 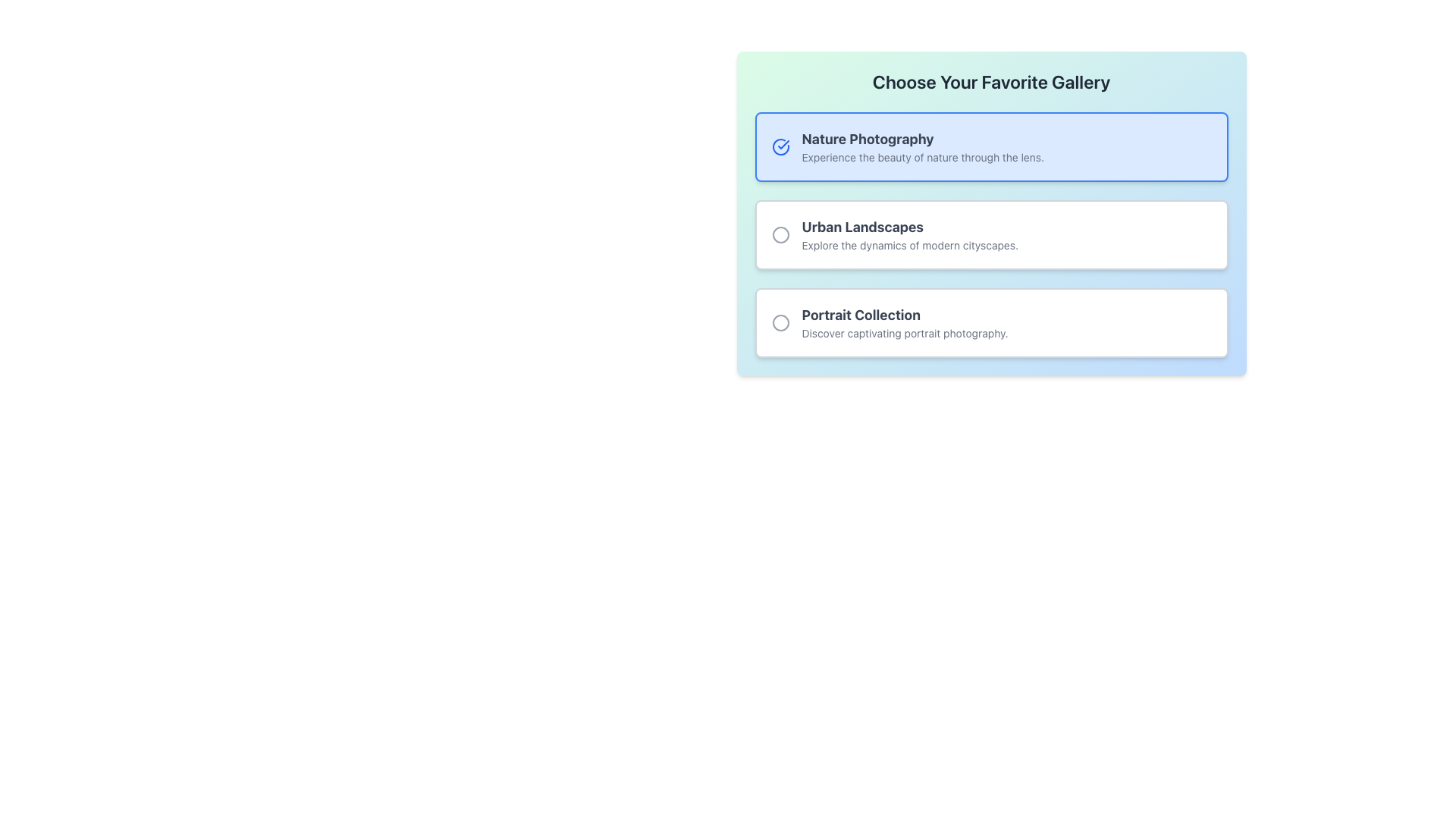 What do you see at coordinates (922, 158) in the screenshot?
I see `the informational text located beneath the 'Nature Photography' title` at bounding box center [922, 158].